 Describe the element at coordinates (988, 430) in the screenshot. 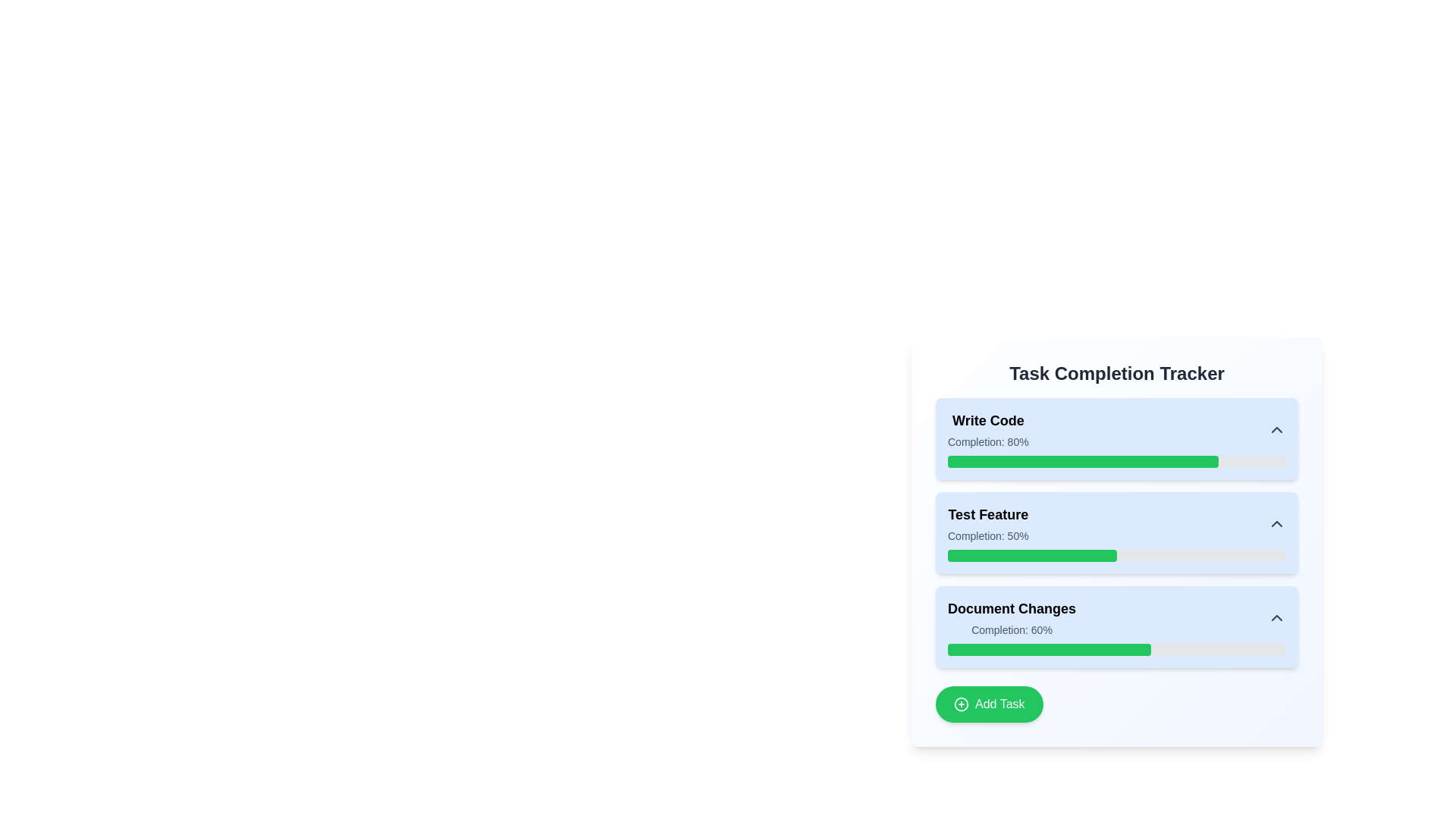

I see `the text-based status display component labeled 'Write Code'` at that location.